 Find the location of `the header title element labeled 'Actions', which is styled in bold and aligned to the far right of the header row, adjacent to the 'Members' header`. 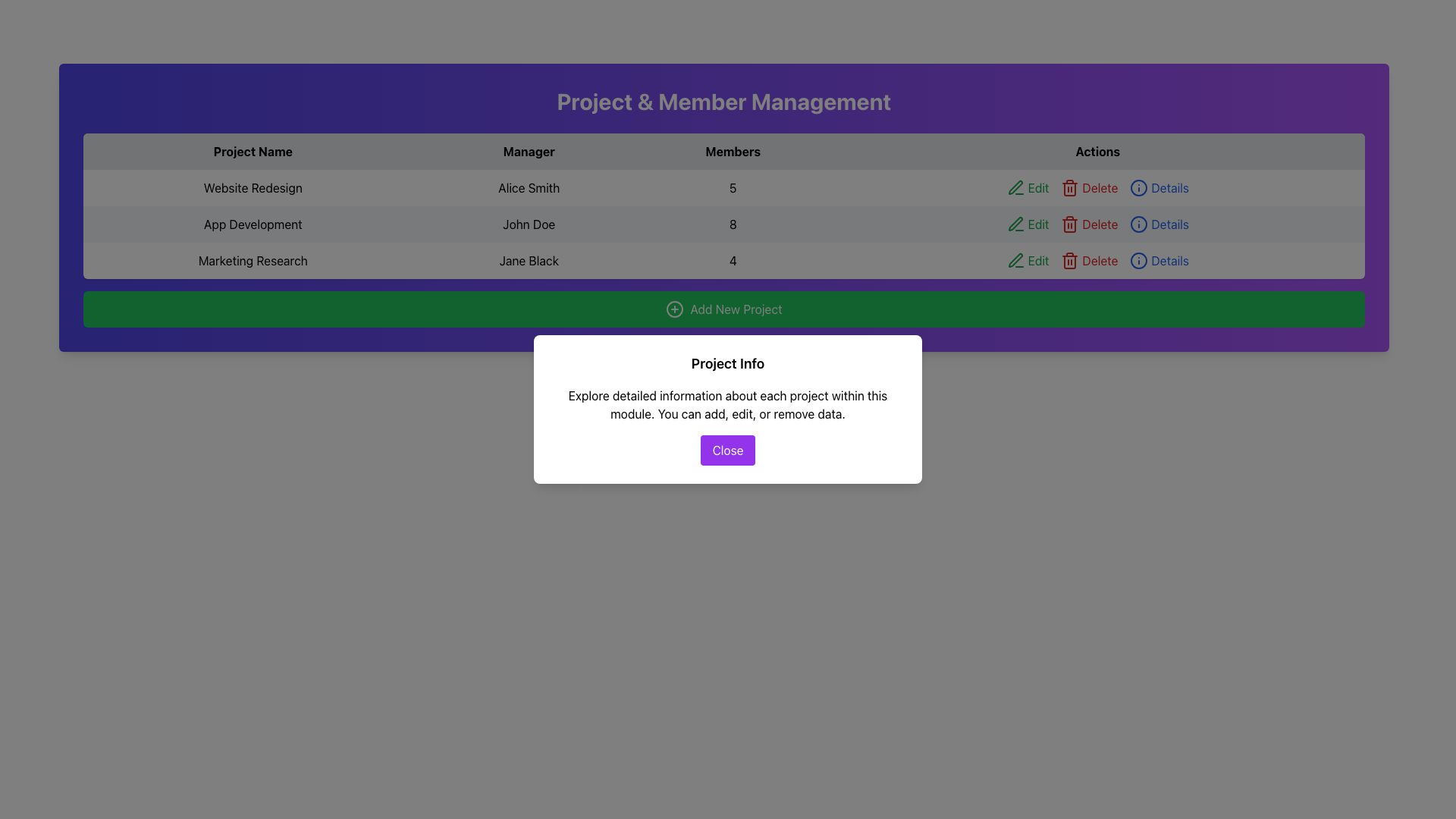

the header title element labeled 'Actions', which is styled in bold and aligned to the far right of the header row, adjacent to the 'Members' header is located at coordinates (1097, 152).